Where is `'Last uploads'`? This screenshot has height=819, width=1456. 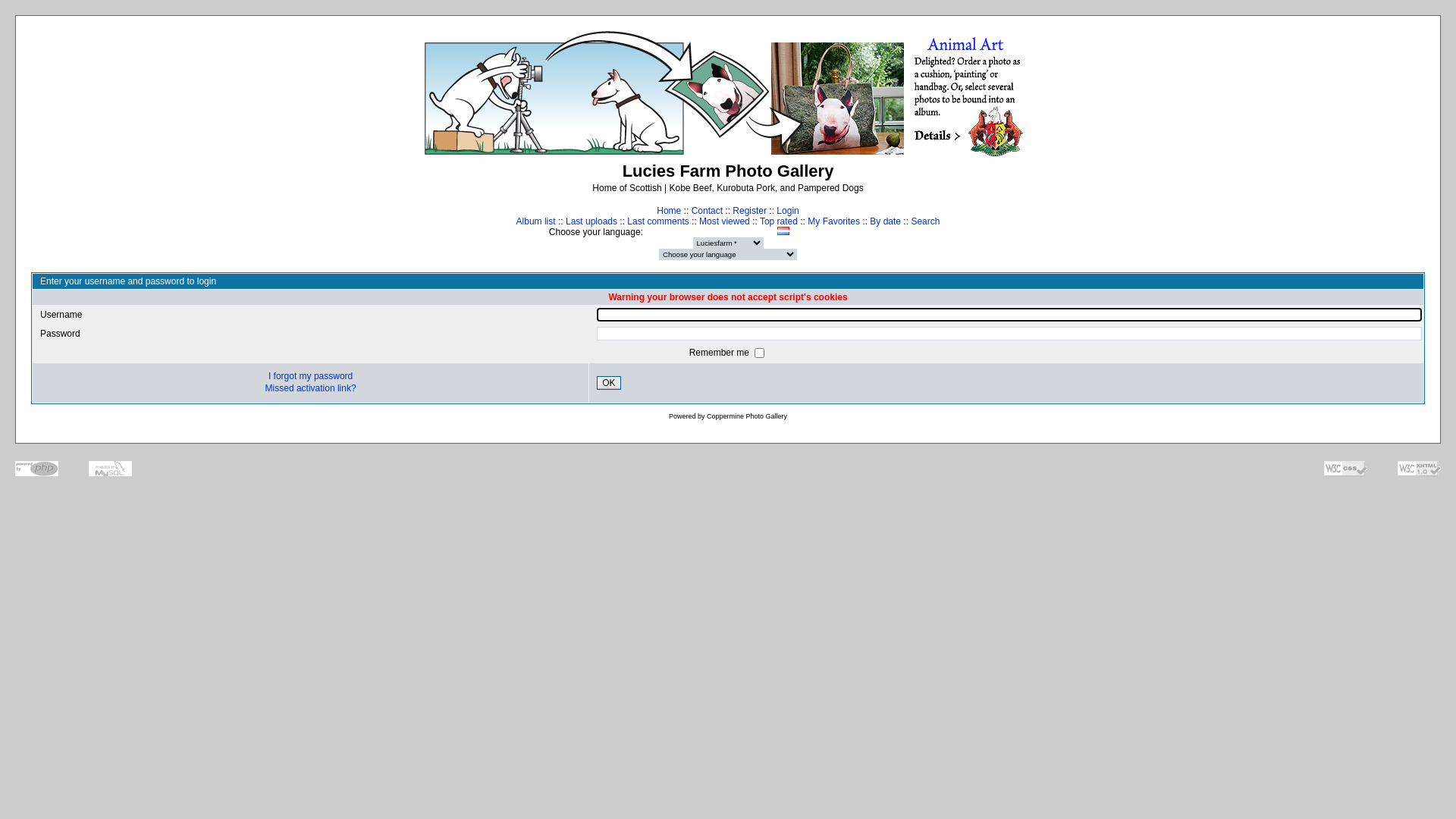 'Last uploads' is located at coordinates (590, 221).